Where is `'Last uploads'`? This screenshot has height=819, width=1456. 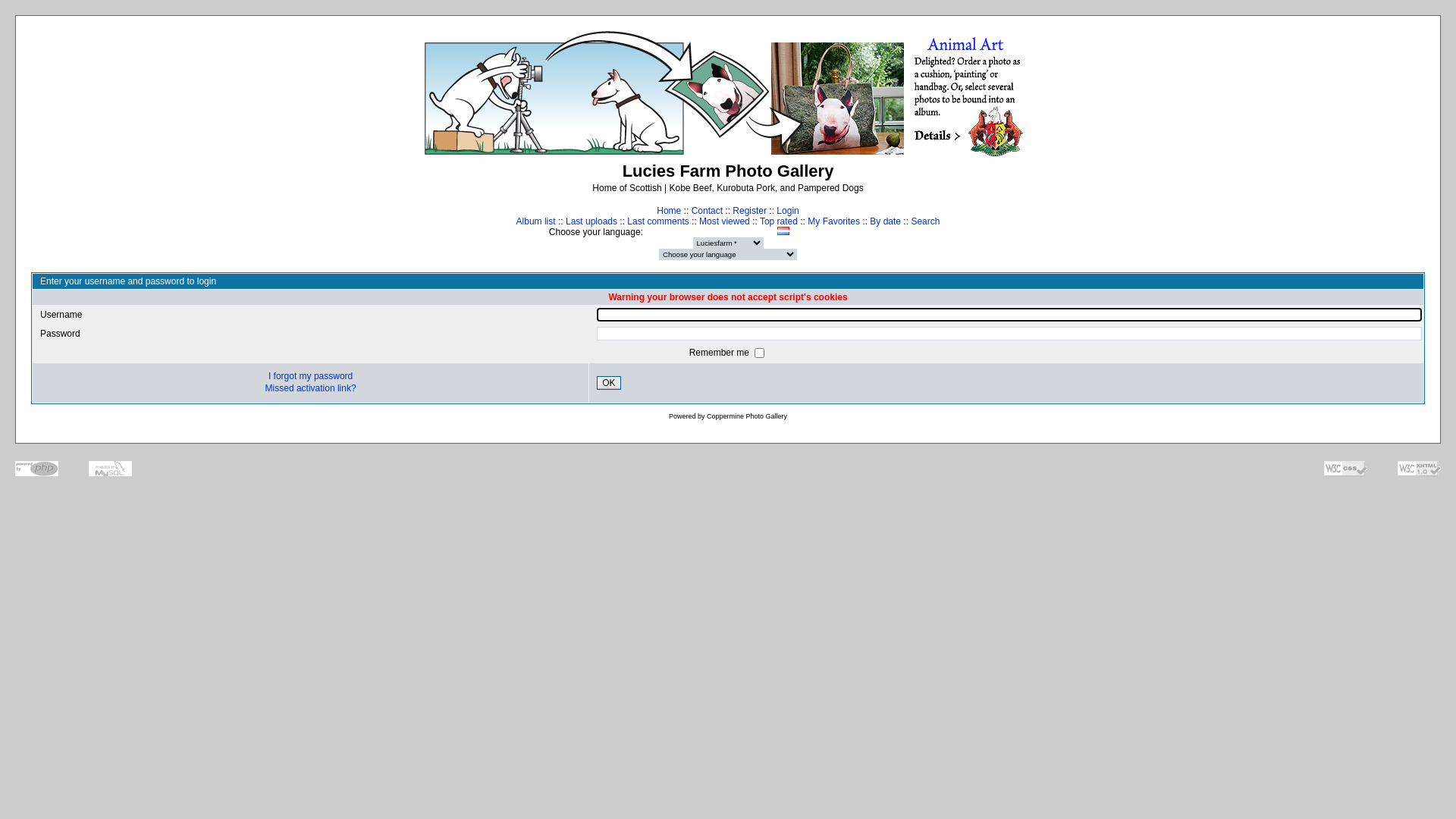 'Last uploads' is located at coordinates (590, 221).